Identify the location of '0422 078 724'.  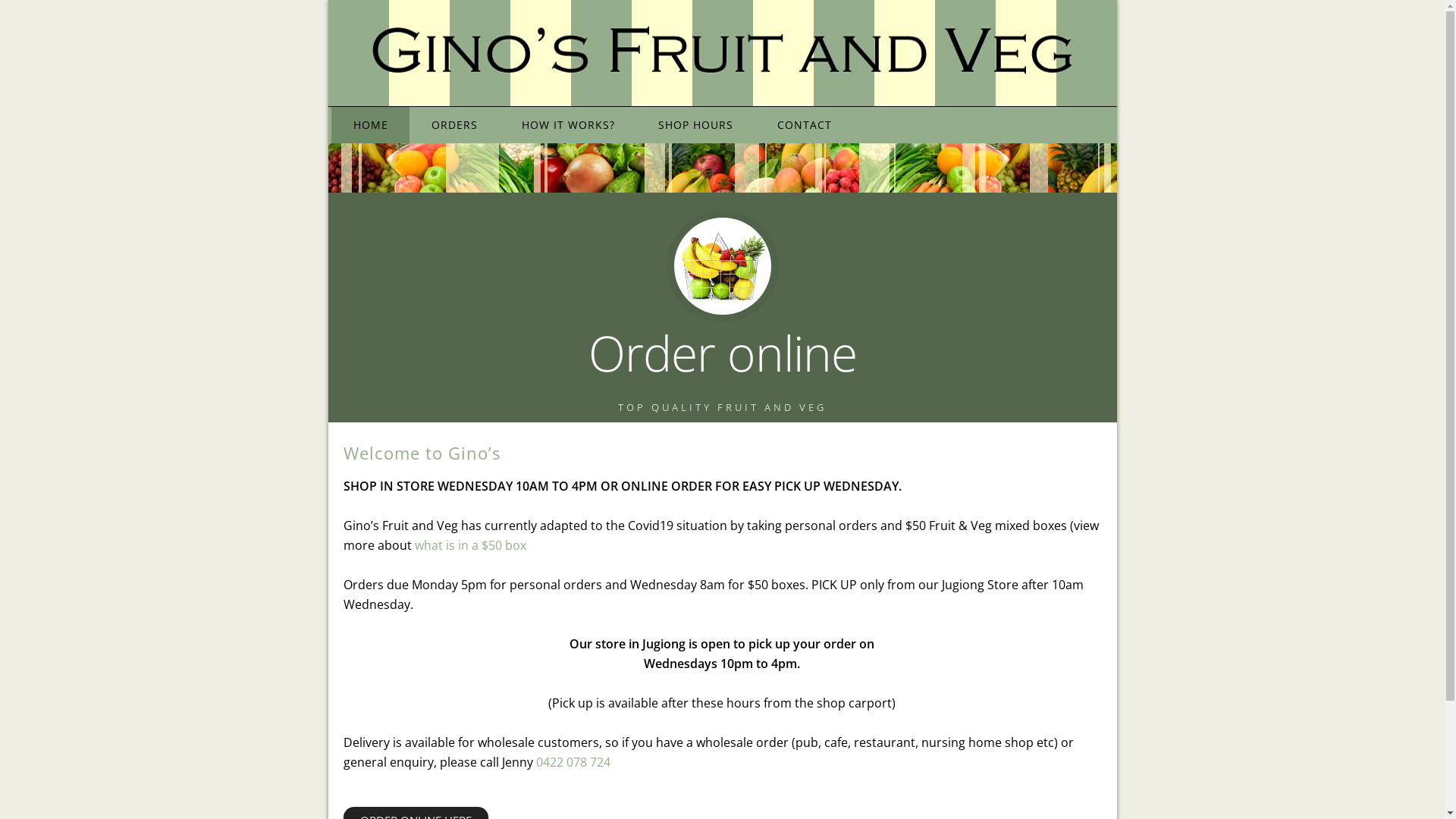
(572, 762).